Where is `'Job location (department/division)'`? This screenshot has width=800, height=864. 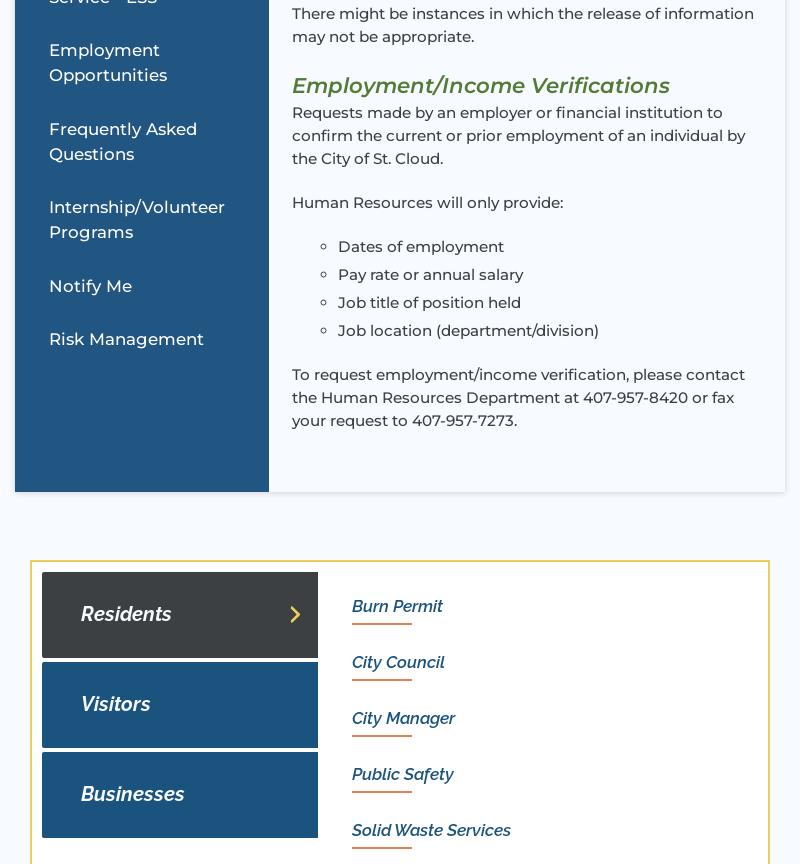
'Job location (department/division)' is located at coordinates (337, 329).